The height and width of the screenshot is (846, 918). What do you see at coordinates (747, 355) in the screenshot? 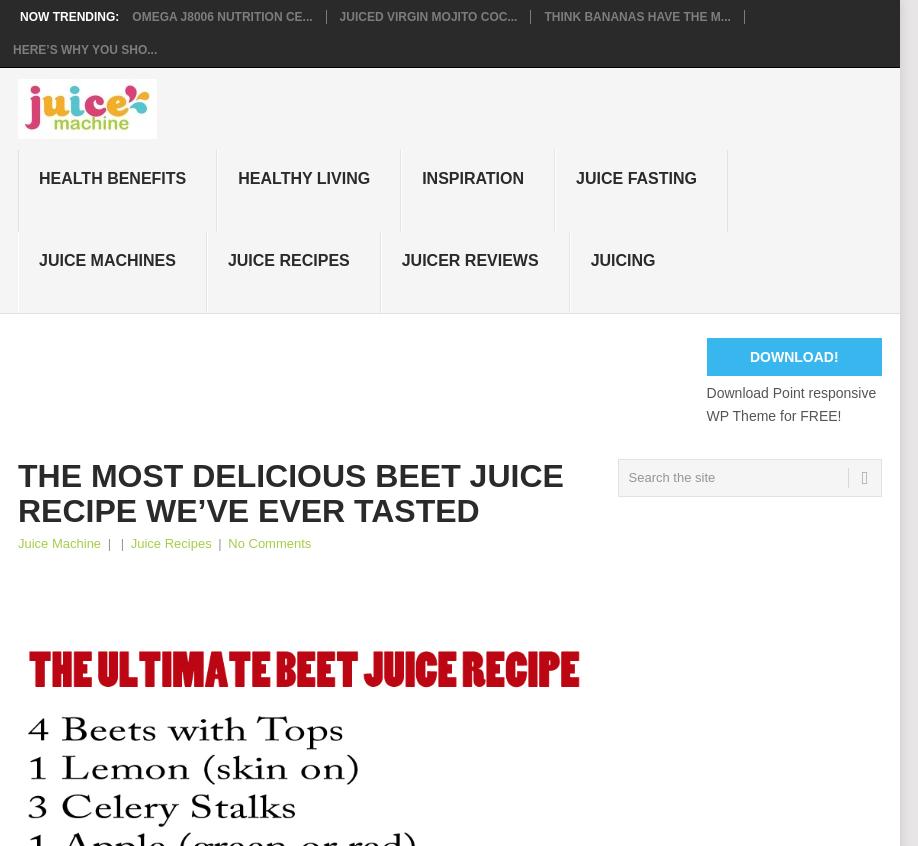
I see `'Download!'` at bounding box center [747, 355].